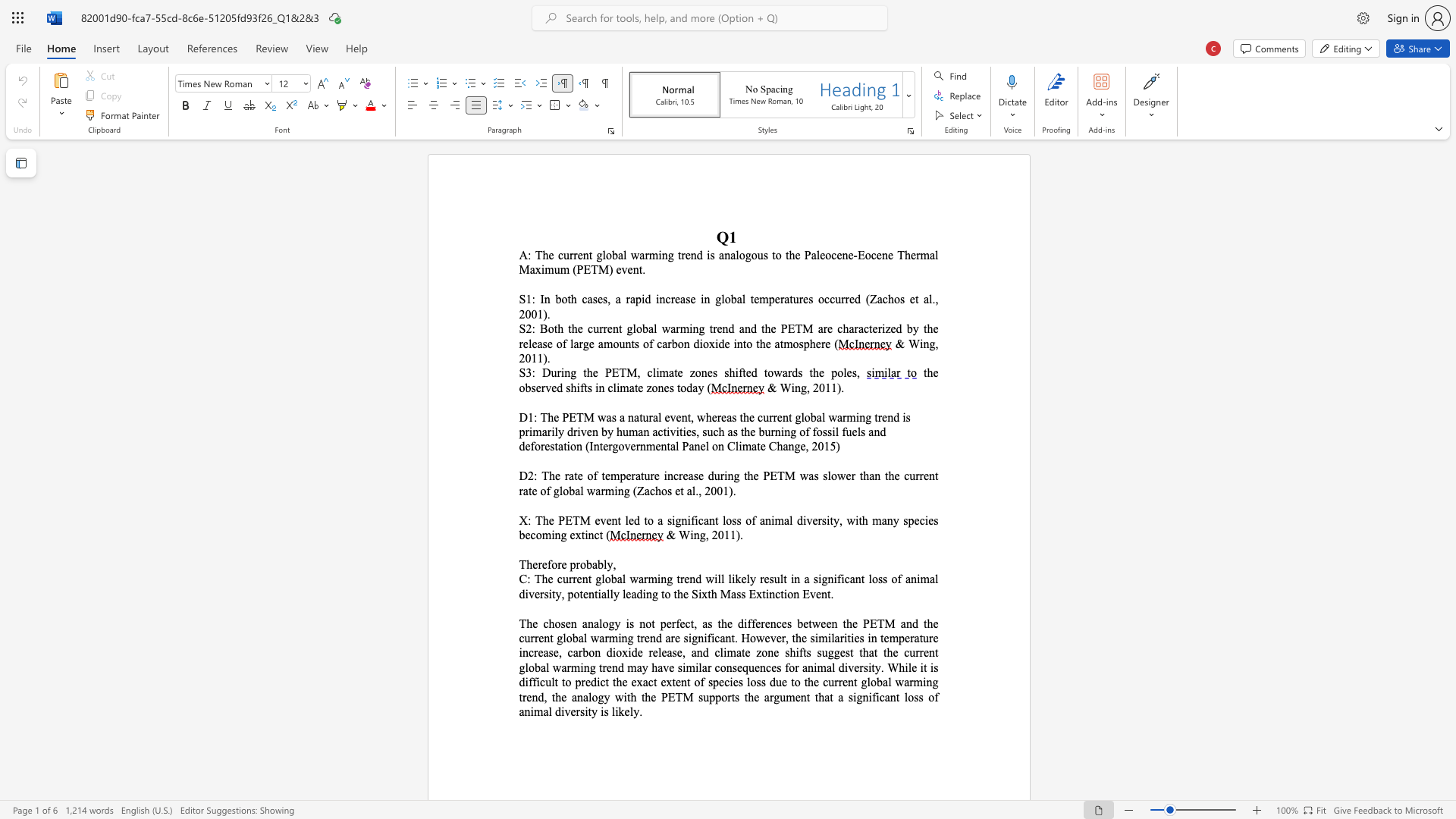 The width and height of the screenshot is (1456, 819). I want to click on the 2th character "c" in the text, so click(687, 623).